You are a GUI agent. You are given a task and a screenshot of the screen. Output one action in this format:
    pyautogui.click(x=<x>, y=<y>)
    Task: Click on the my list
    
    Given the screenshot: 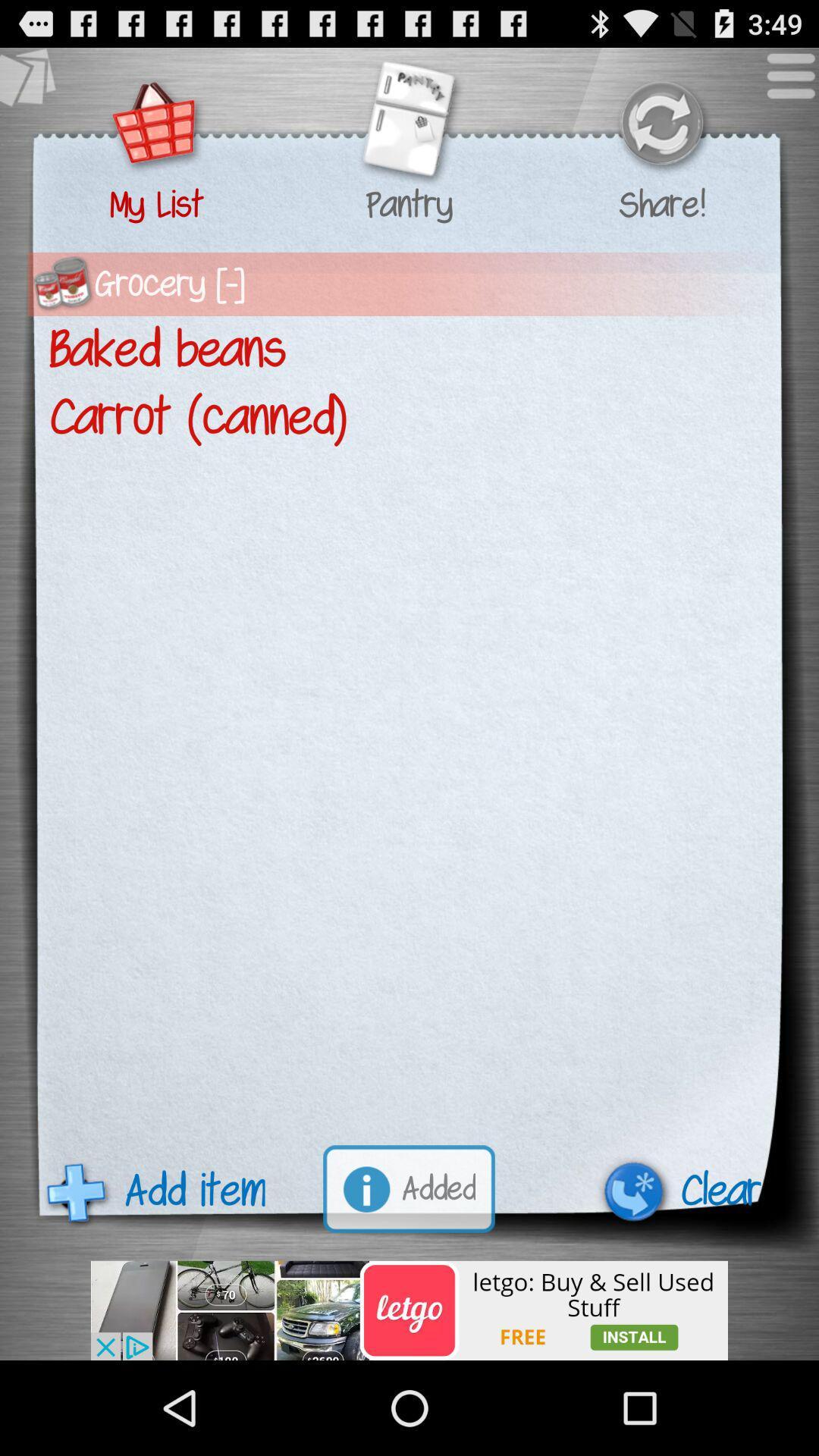 What is the action you would take?
    pyautogui.click(x=156, y=125)
    